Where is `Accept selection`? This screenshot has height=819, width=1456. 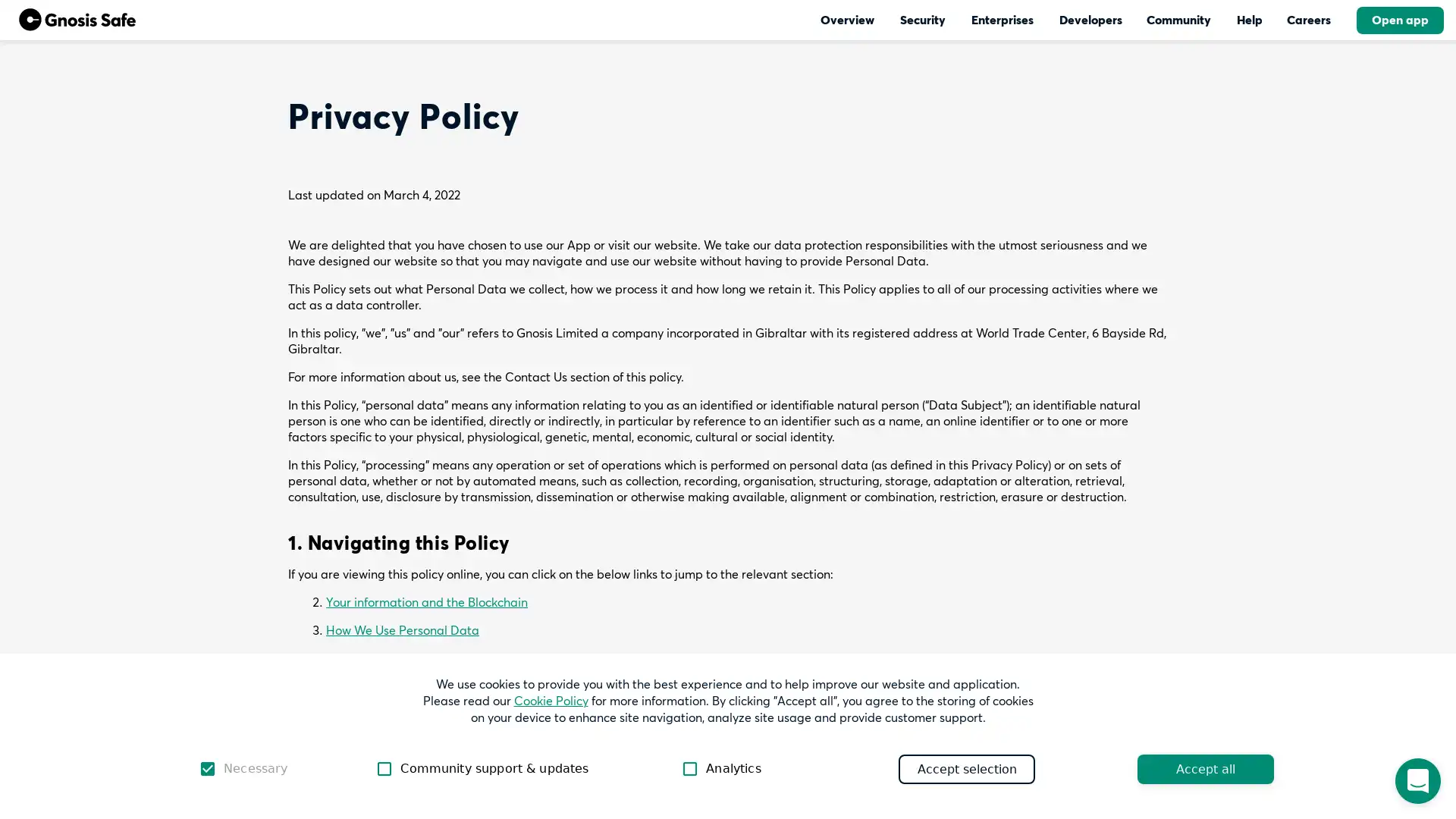 Accept selection is located at coordinates (966, 768).